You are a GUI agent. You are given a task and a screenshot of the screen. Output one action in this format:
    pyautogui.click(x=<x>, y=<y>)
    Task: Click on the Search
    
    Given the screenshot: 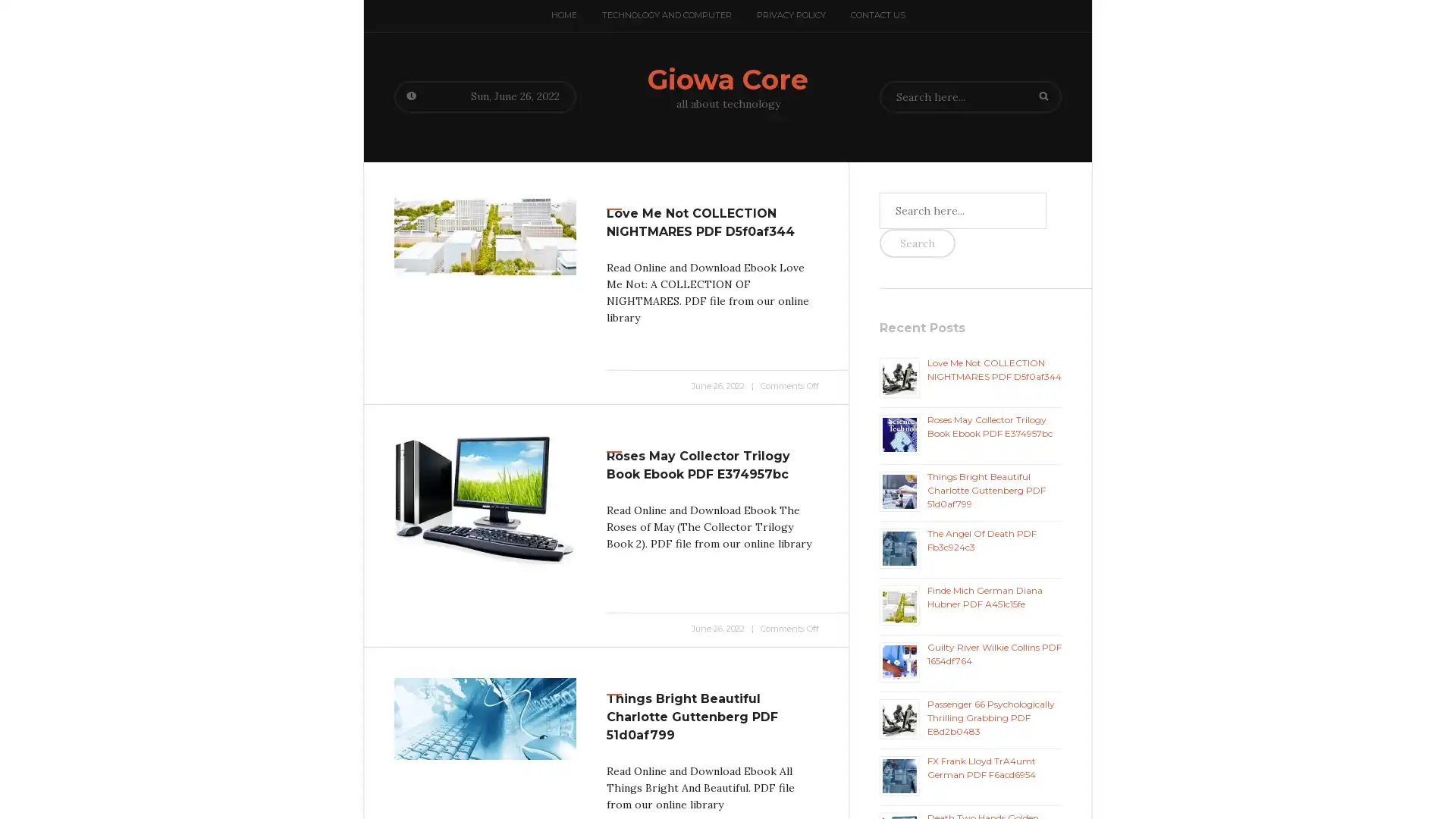 What is the action you would take?
    pyautogui.click(x=1030, y=96)
    